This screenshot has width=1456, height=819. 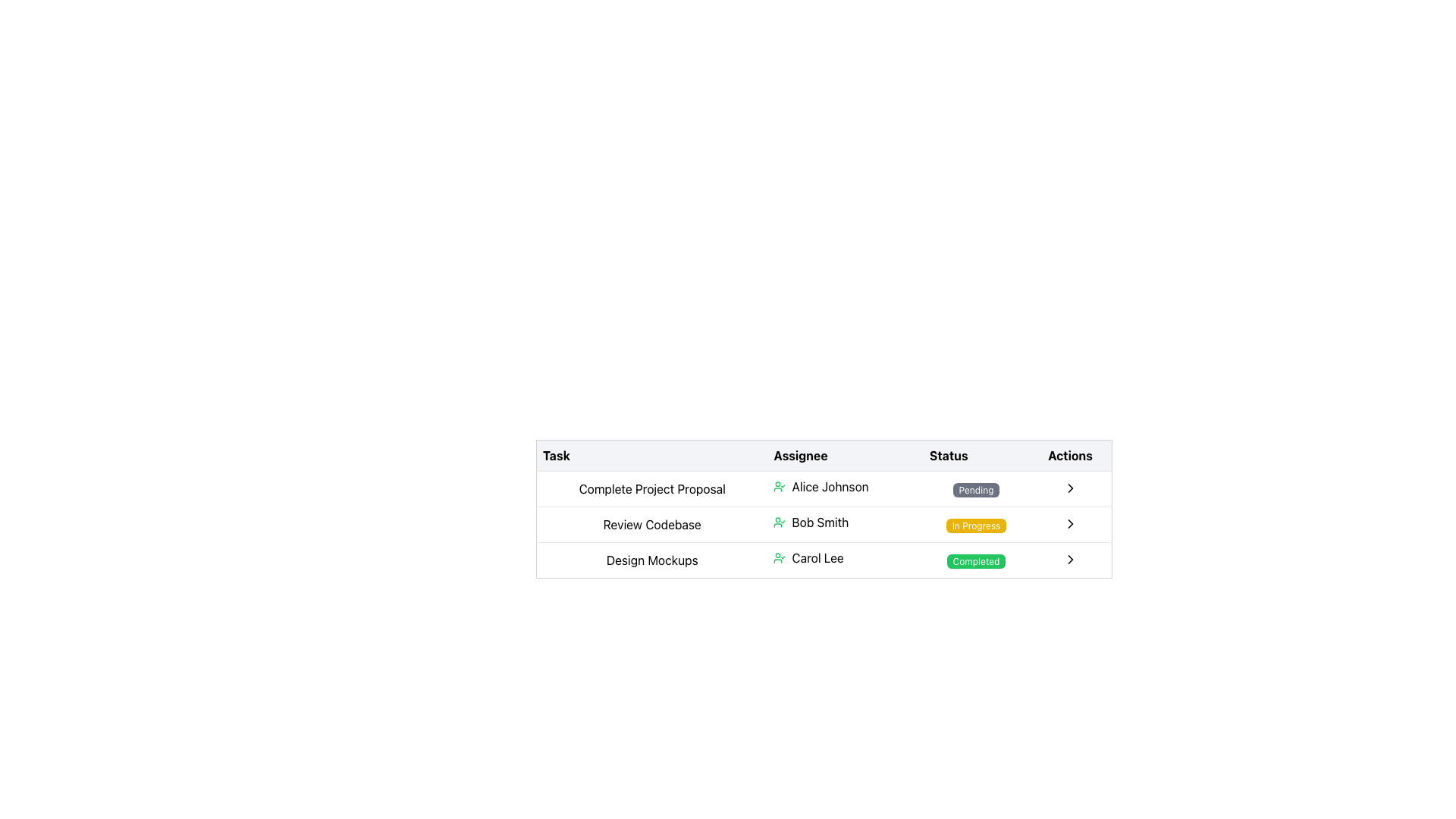 I want to click on the small, right-pointing arrow icon within the circular button in the 'Actions' column of the first row, which corresponds to the task 'Complete Project Proposal' assigned to 'Alice Johnson', so click(x=1069, y=488).